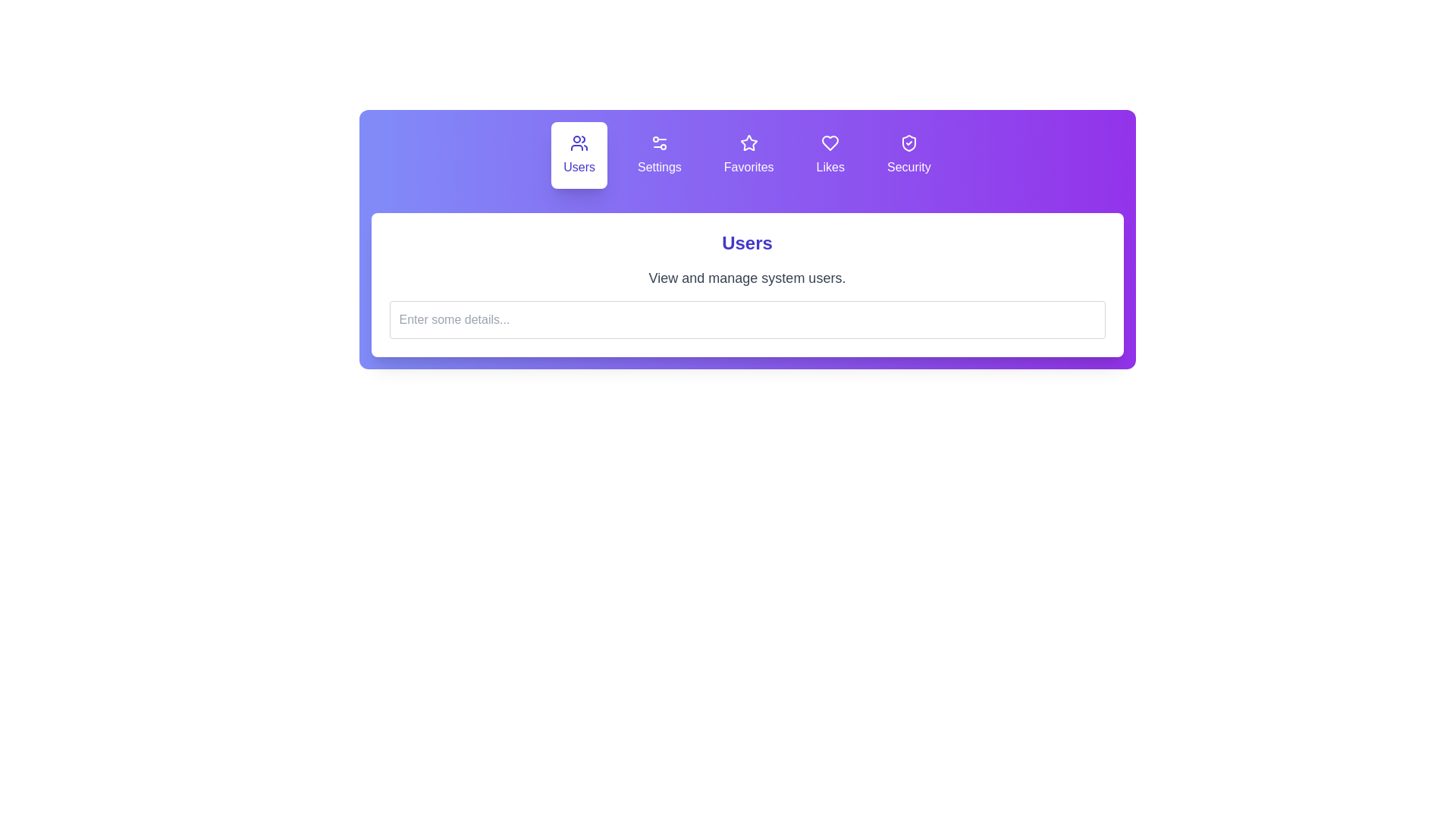 Image resolution: width=1456 pixels, height=819 pixels. I want to click on the tab labeled Favorites to read its description, so click(748, 155).